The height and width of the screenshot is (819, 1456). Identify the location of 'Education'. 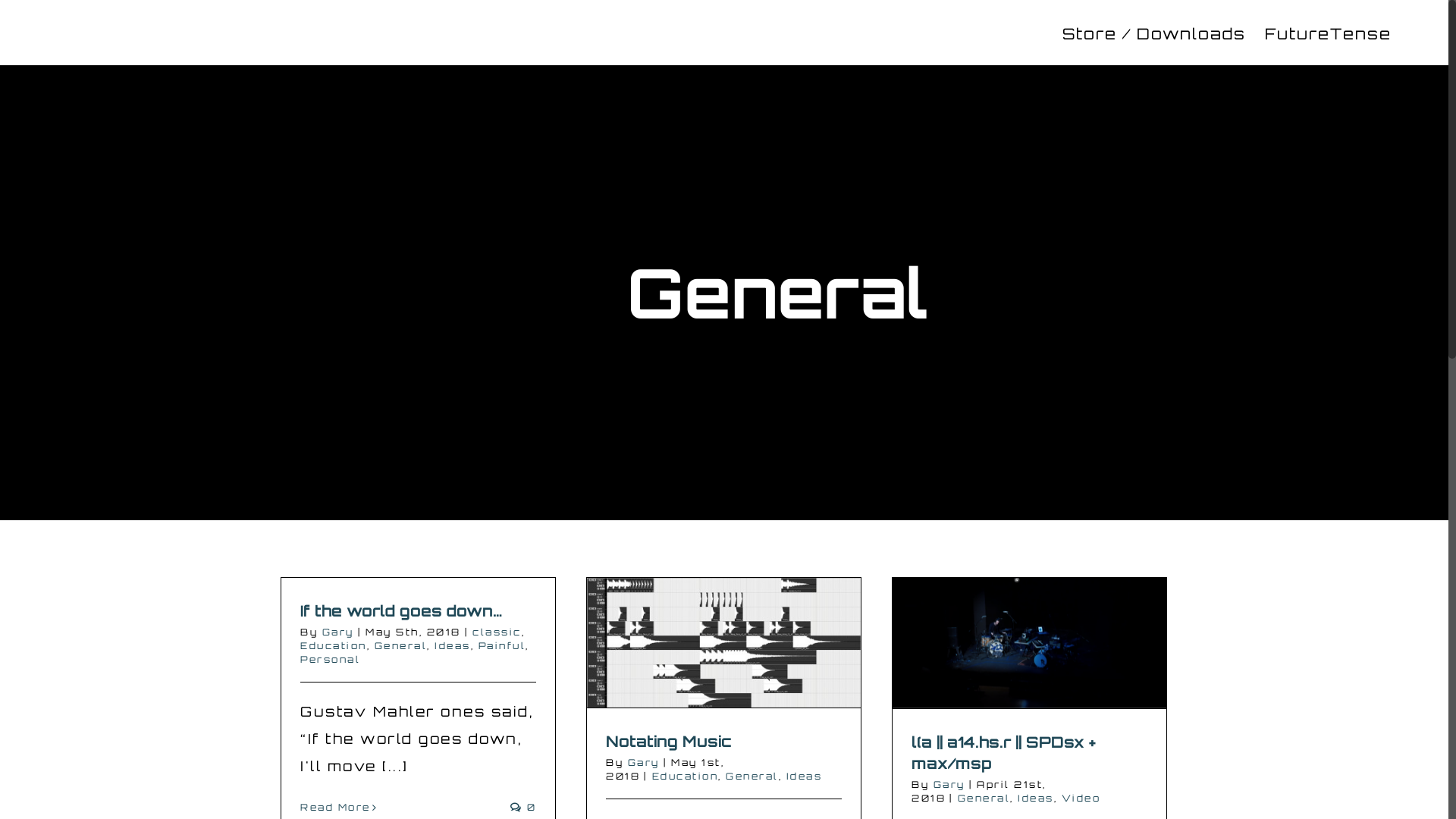
(333, 645).